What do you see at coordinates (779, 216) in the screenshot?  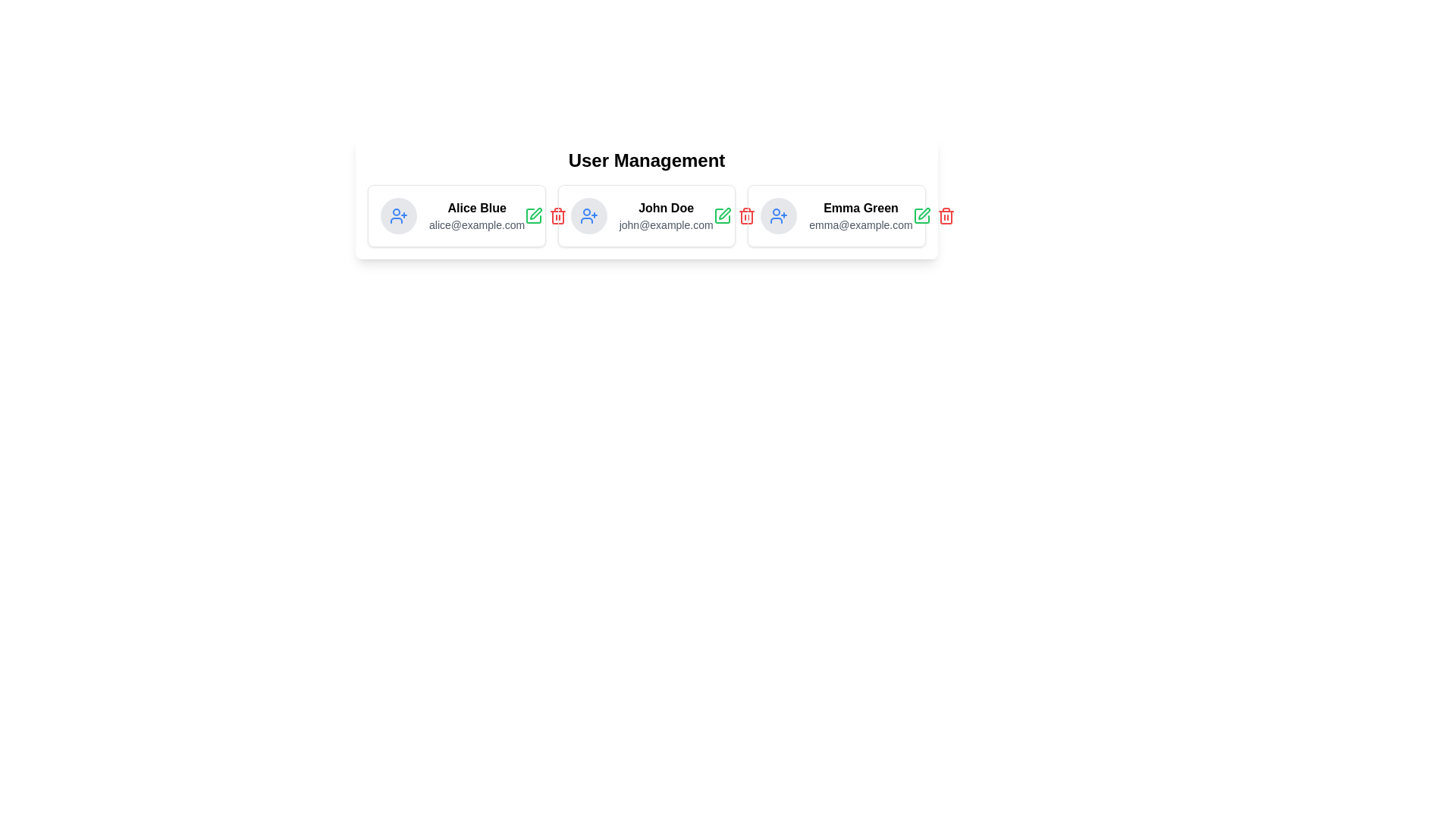 I see `the button located on the left side of the row displaying details about the user account for Emma Green` at bounding box center [779, 216].